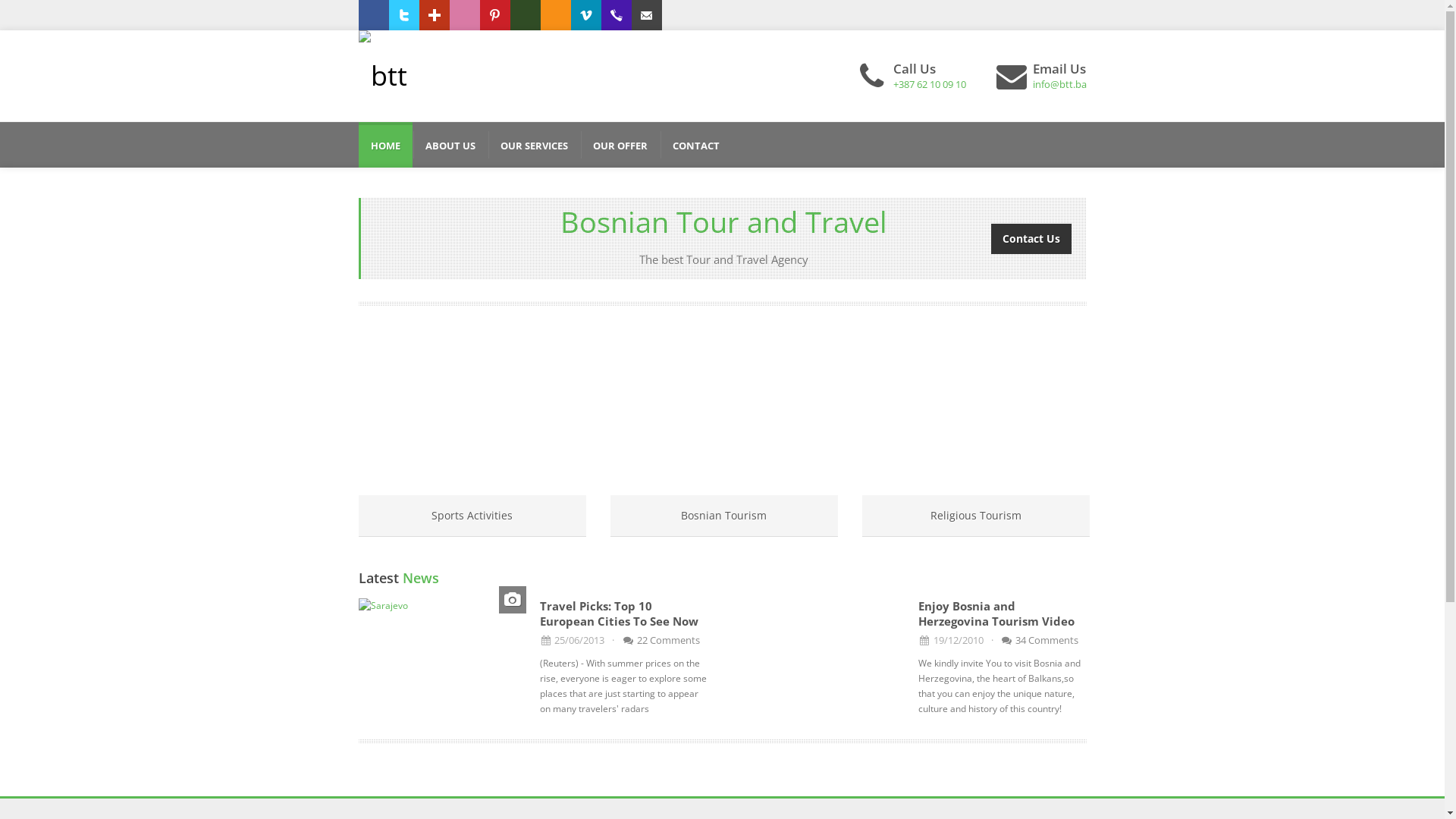  Describe the element at coordinates (471, 514) in the screenshot. I see `'Sports Activities'` at that location.